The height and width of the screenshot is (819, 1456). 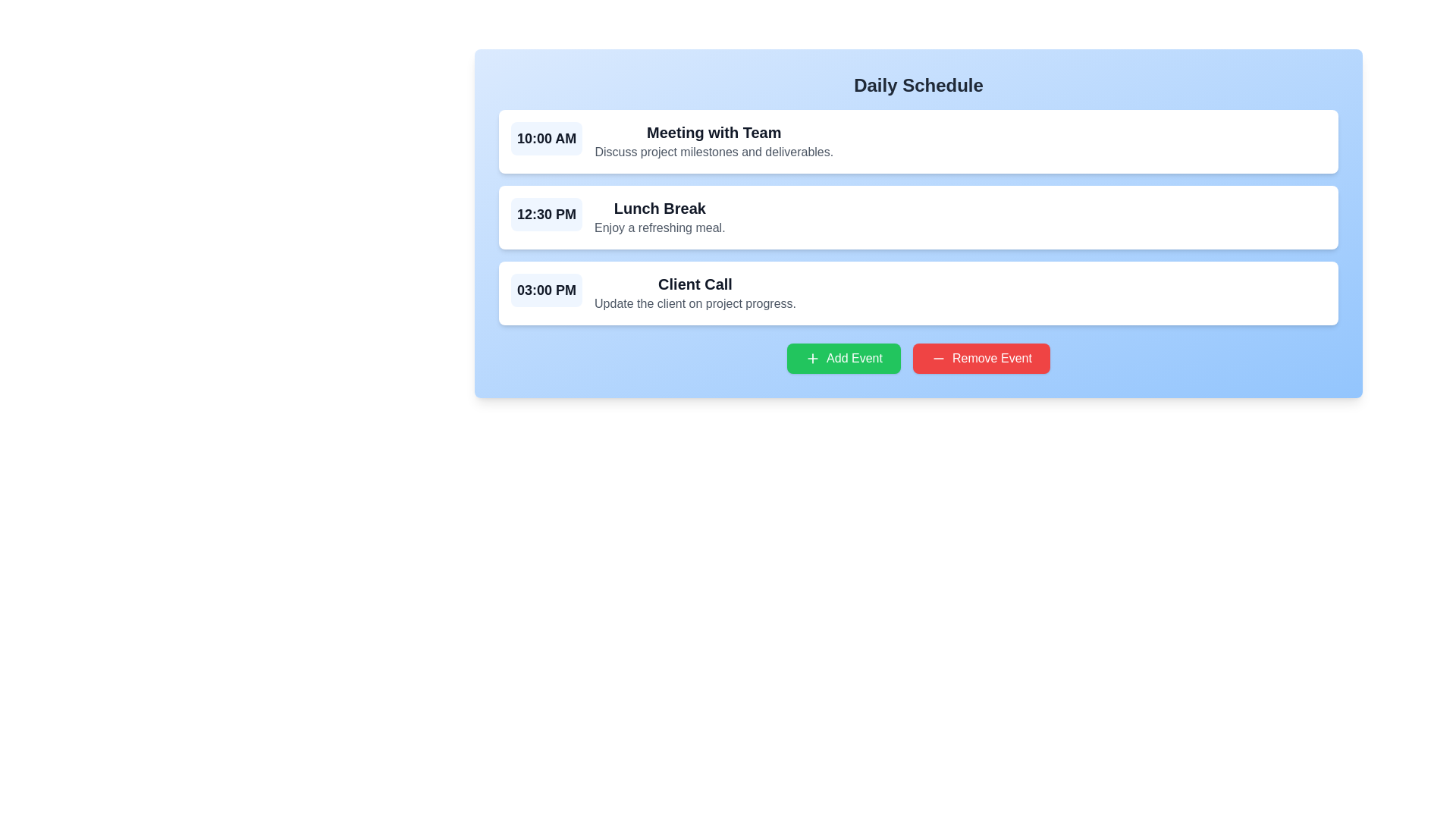 What do you see at coordinates (938, 359) in the screenshot?
I see `the minus sign icon inside the red 'Remove Event' button located at the bottom right of the interface` at bounding box center [938, 359].